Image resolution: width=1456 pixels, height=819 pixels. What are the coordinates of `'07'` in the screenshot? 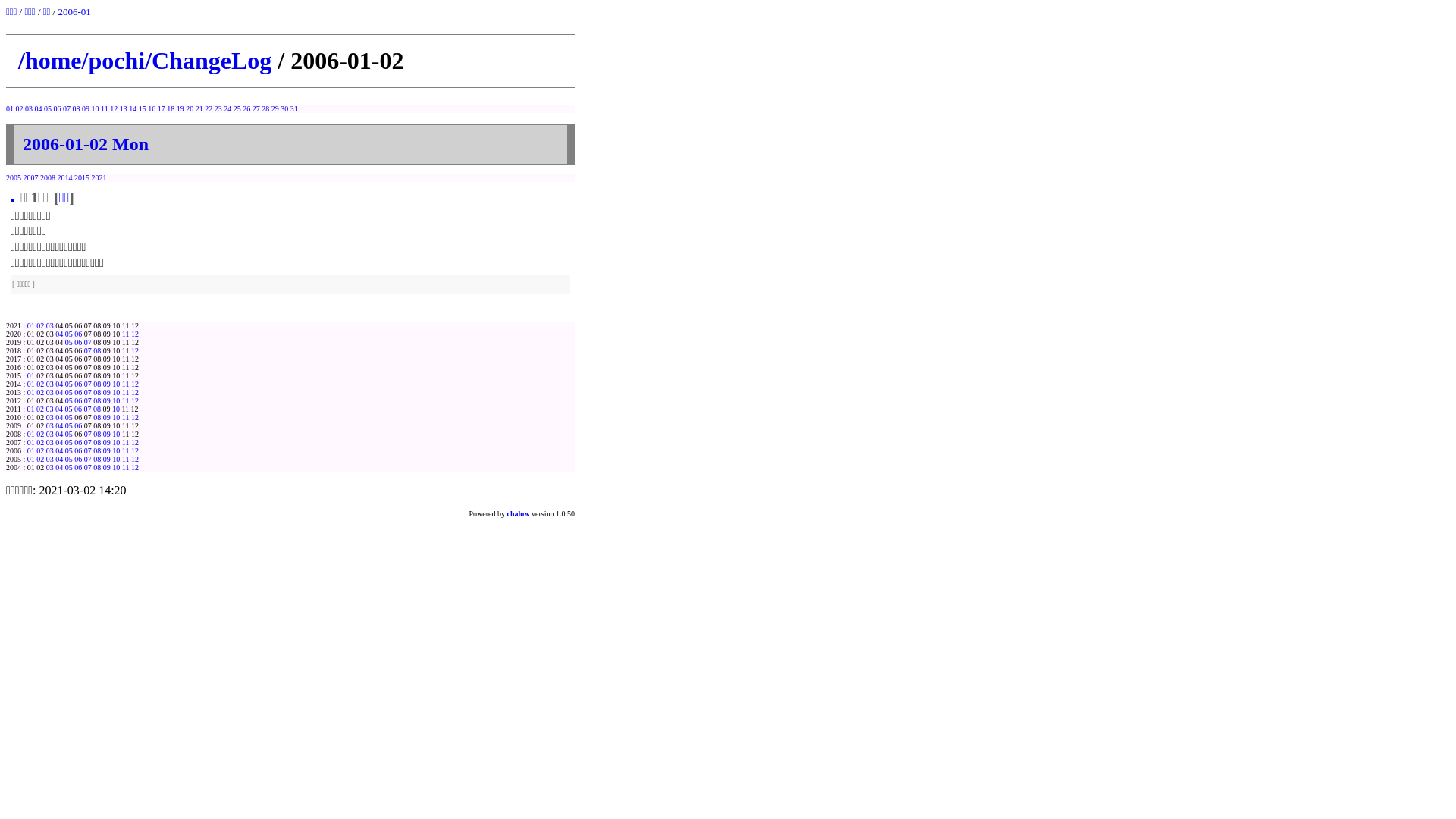 It's located at (86, 466).